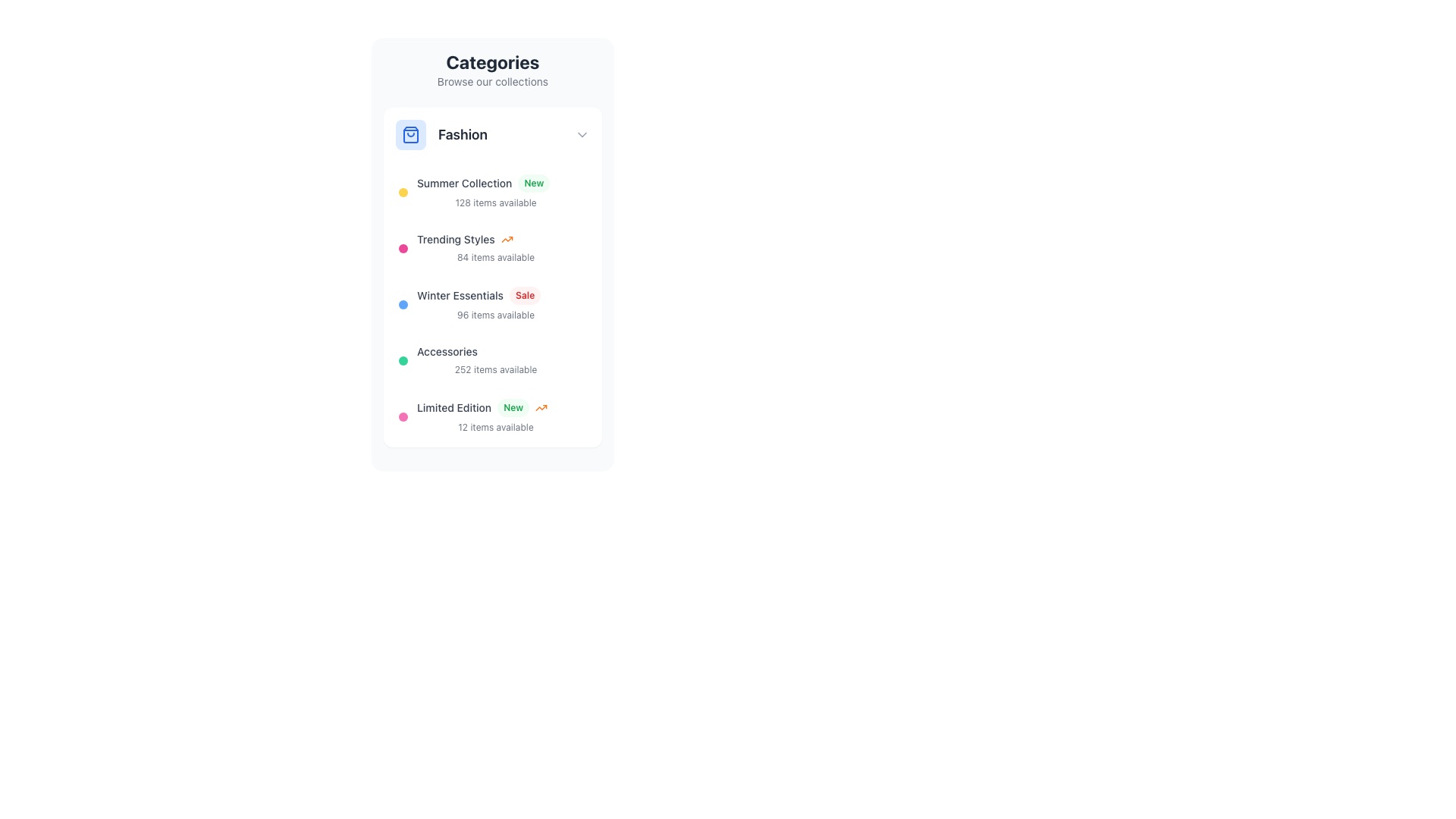 This screenshot has height=819, width=1456. Describe the element at coordinates (513, 406) in the screenshot. I see `the 'New' label or badge located to the right of the 'Limited Edition' text in the 'Fashion' section, which visually indicates a recently added item` at that location.